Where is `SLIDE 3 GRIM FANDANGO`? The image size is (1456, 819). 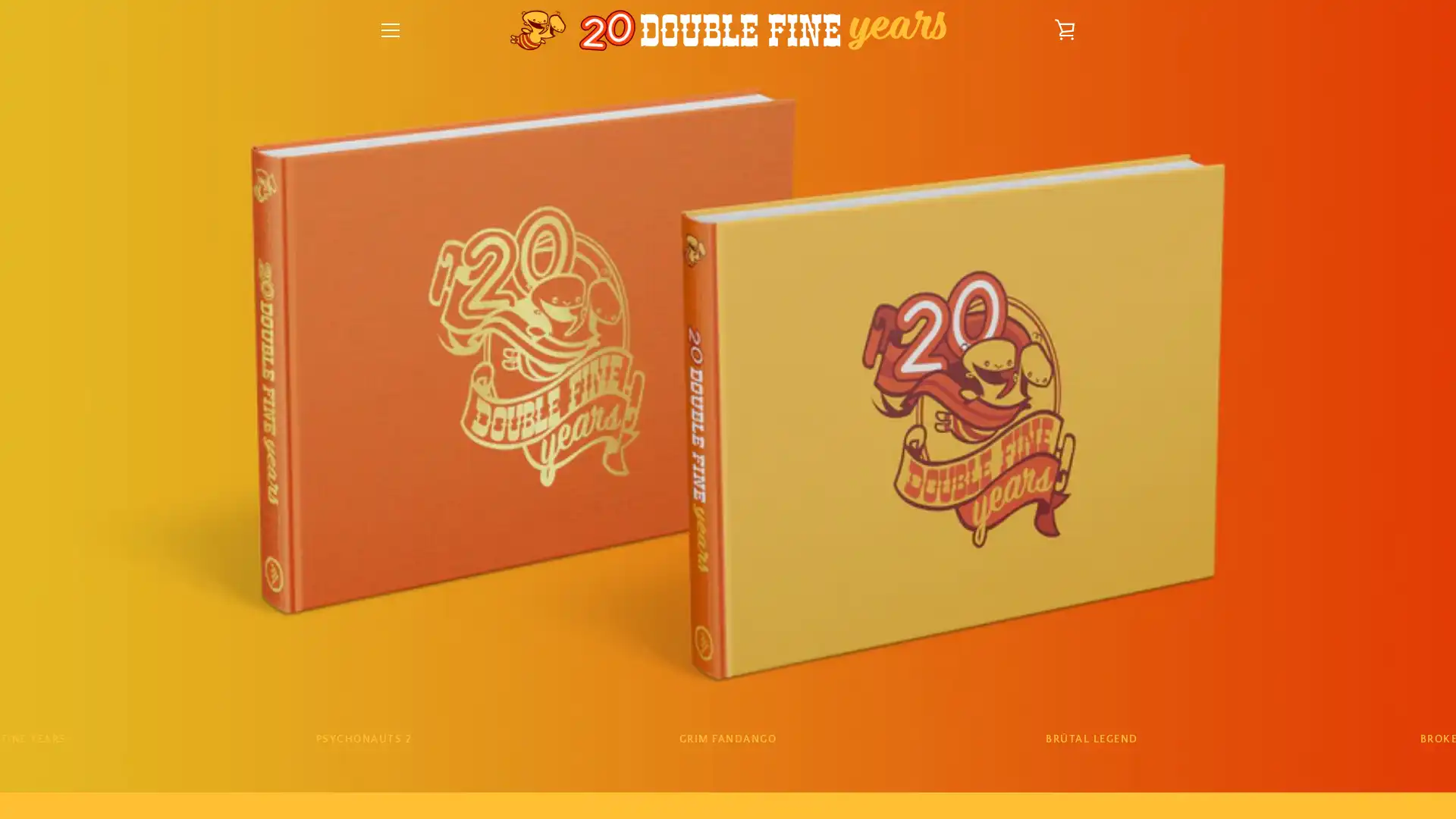 SLIDE 3 GRIM FANDANGO is located at coordinates (726, 739).